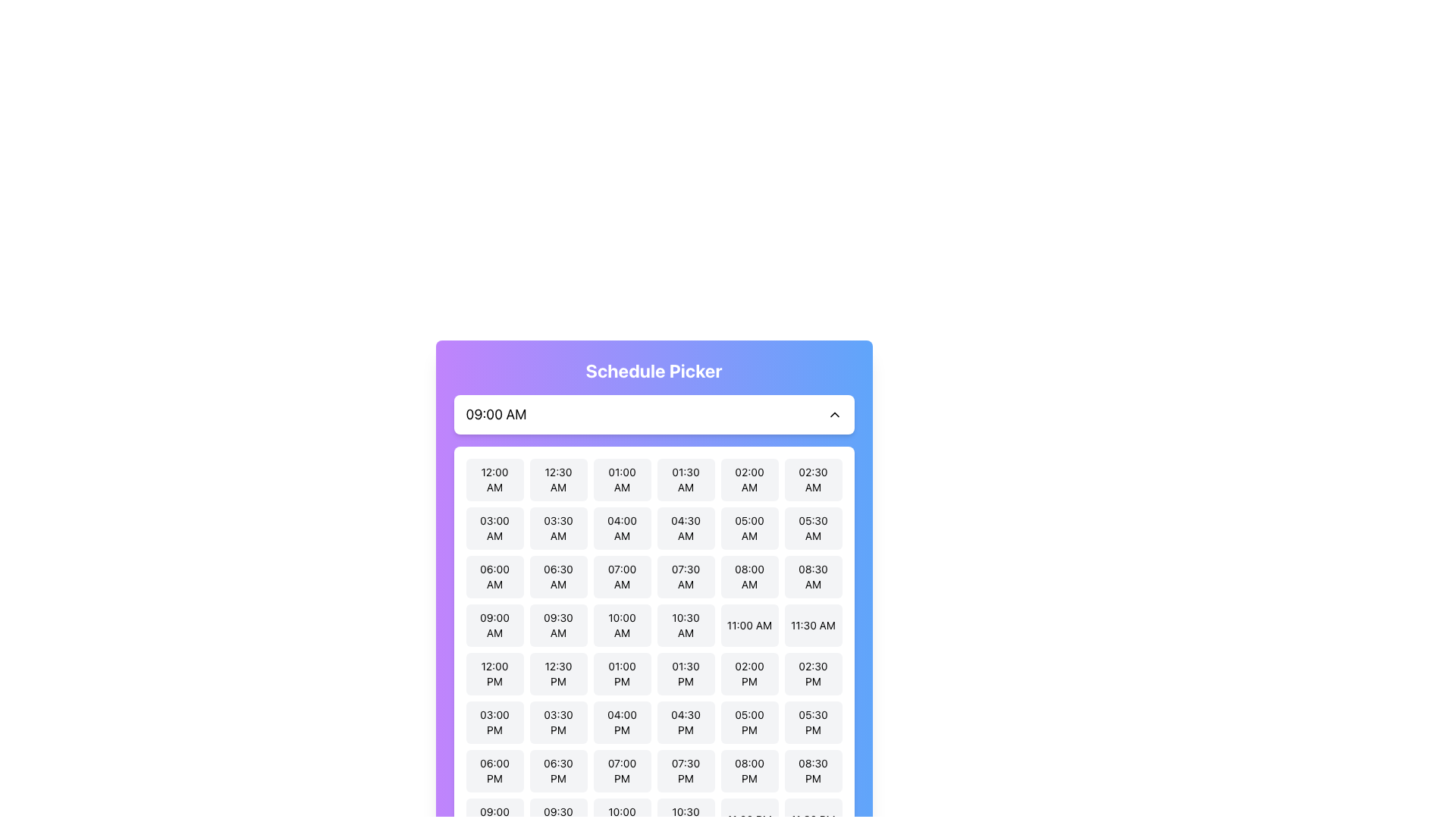  What do you see at coordinates (749, 528) in the screenshot?
I see `the button displaying '05:00 AM' in black font within the light gray background` at bounding box center [749, 528].